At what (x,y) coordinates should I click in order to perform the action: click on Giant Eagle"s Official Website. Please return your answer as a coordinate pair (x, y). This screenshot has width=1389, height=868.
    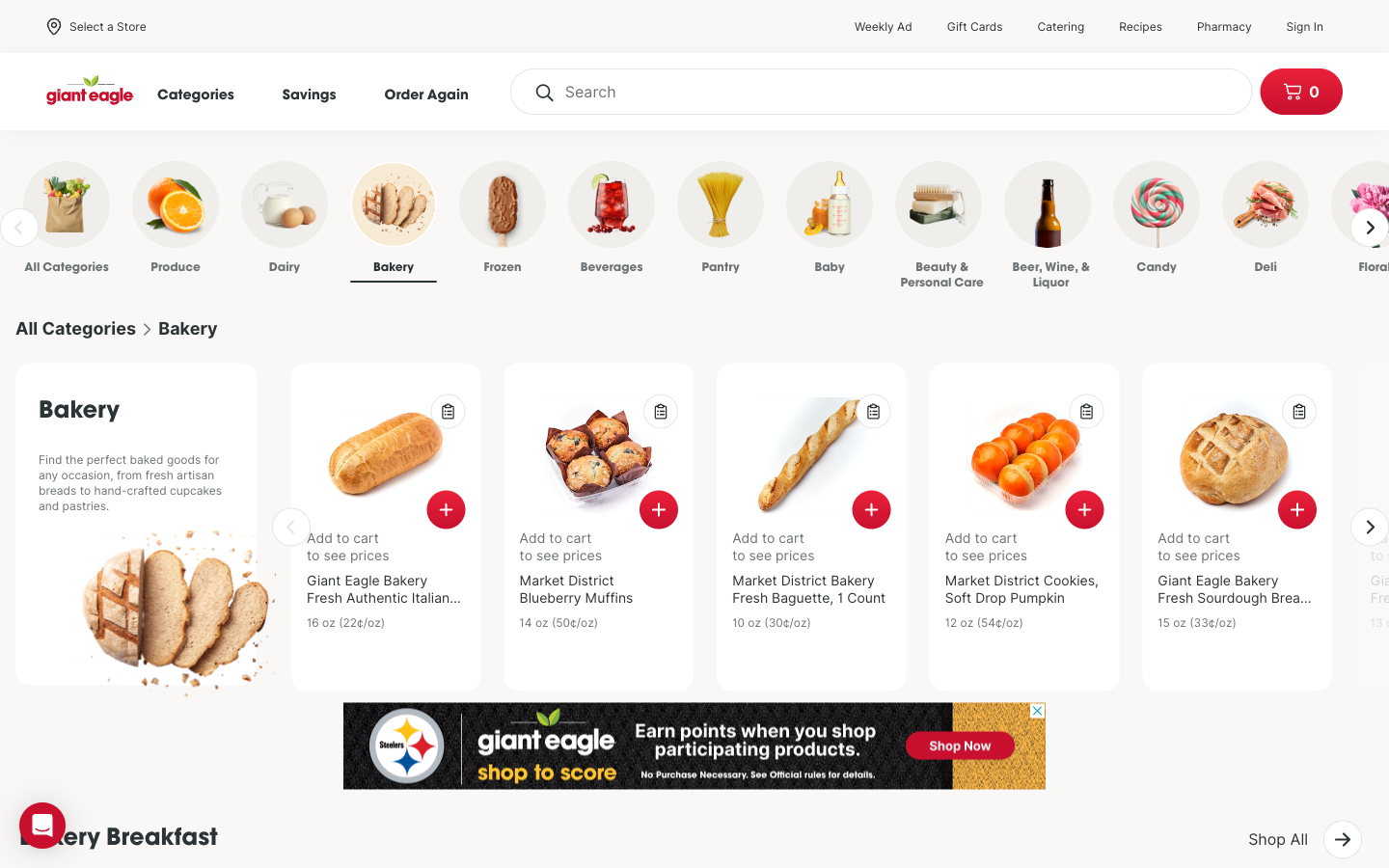
    Looking at the image, I should click on (91, 91).